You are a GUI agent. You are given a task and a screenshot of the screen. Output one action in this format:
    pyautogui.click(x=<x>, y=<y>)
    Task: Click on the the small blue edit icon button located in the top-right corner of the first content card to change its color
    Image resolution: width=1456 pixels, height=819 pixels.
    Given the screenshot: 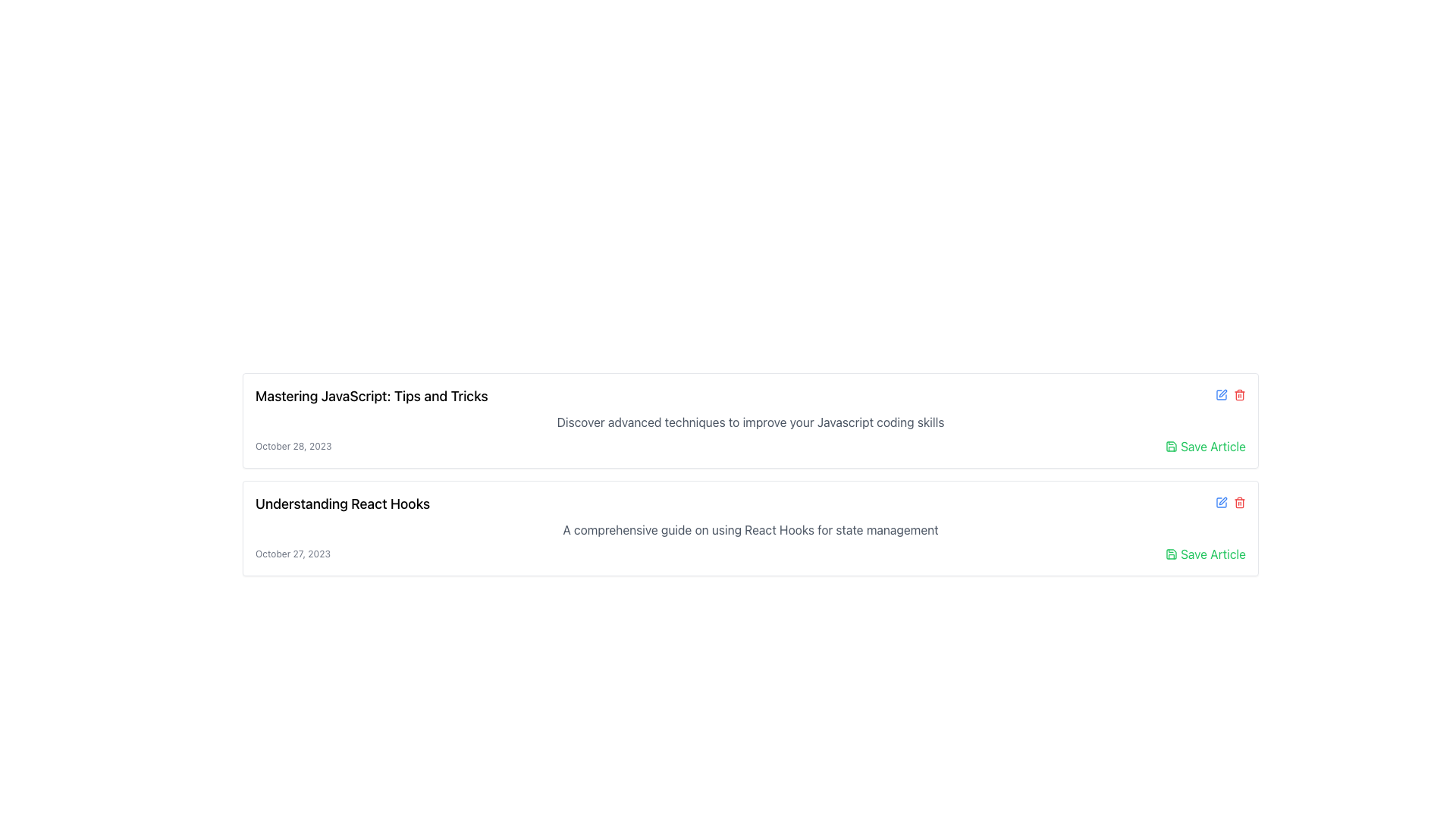 What is the action you would take?
    pyautogui.click(x=1222, y=394)
    